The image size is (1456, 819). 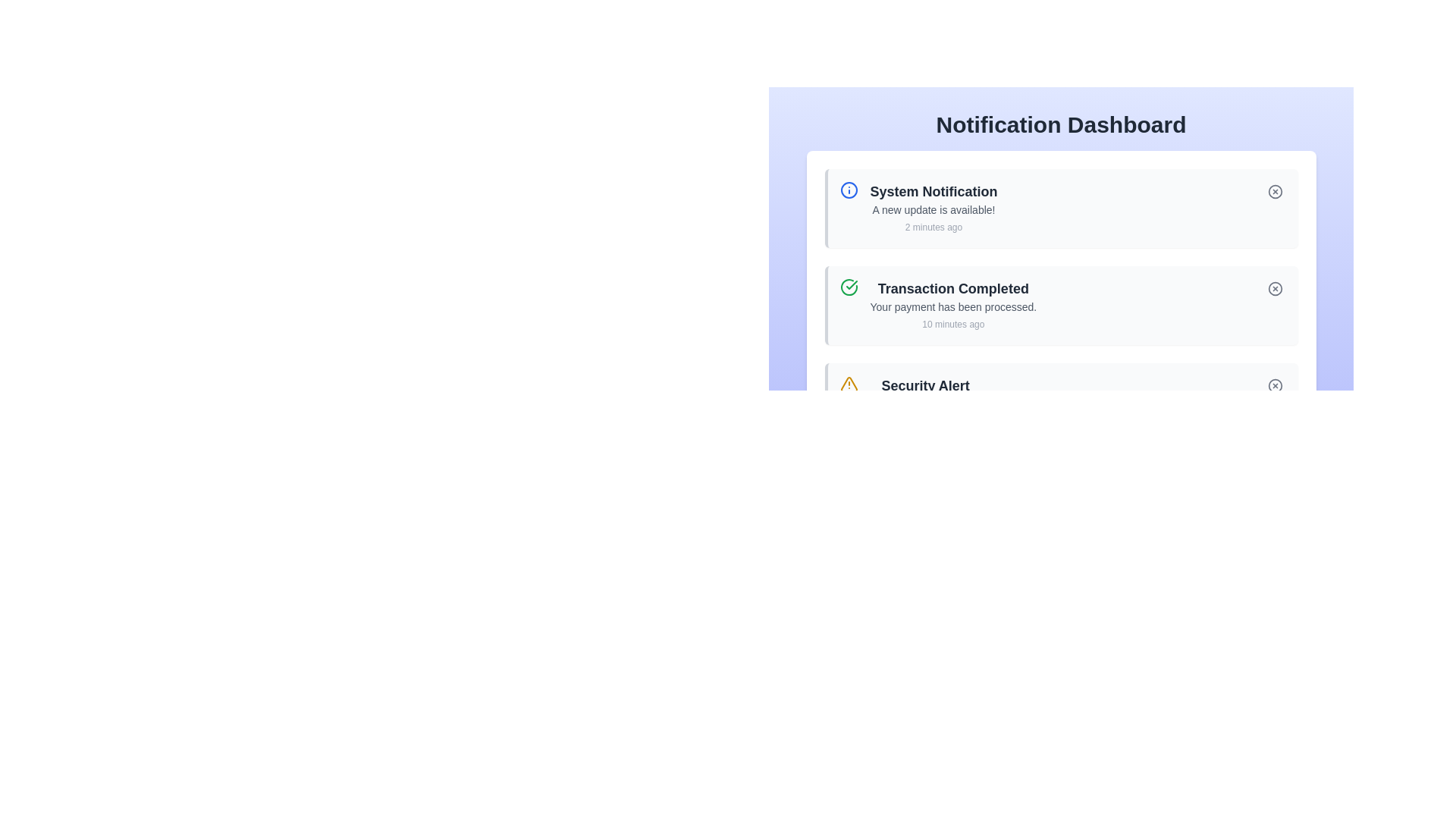 I want to click on the warning icon in the third notification box labeled 'Security Alert', which signifies a warning or alert status, so click(x=848, y=383).